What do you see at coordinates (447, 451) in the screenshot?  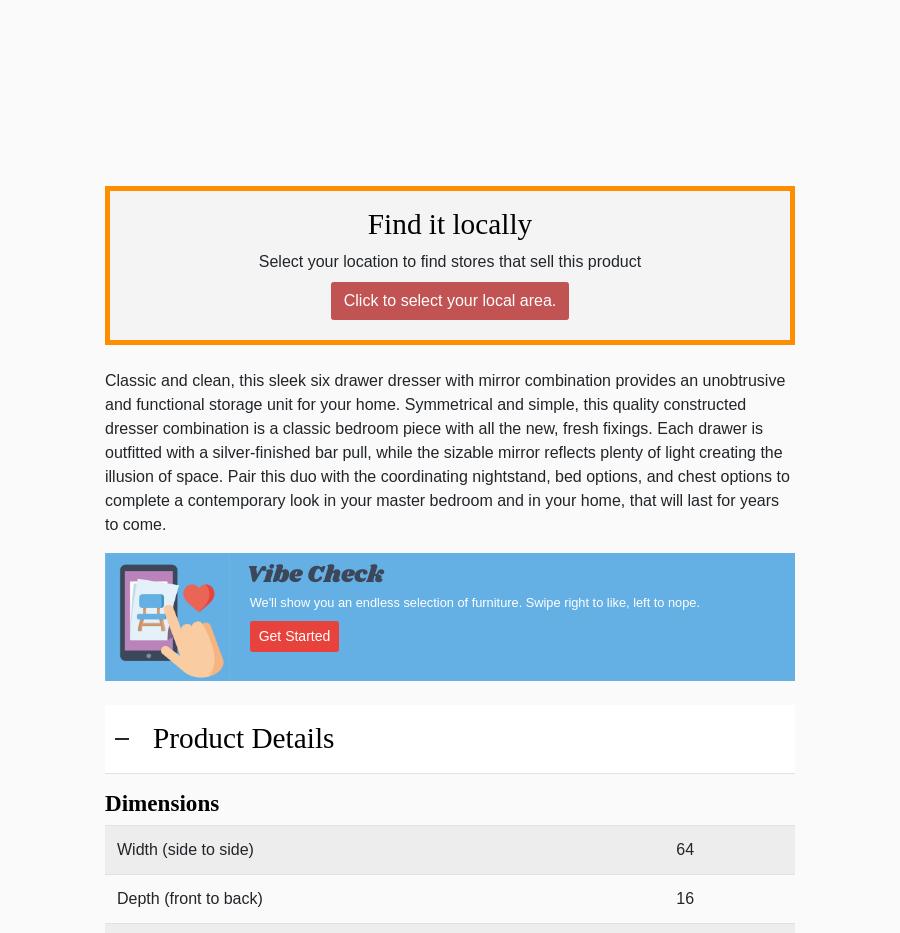 I see `'Classic and clean, this sleek six drawer dresser with mirror combination provides an unobtrusive and functional storage unit for your home. Symmetrical and simple, this quality constructed dresser combination is a classic bedroom piece with all the new, fresh fixings. Each drawer is outfitted with a silver-finished bar pull, while the sizable mirror reflects plenty of light creating the illusion of space. Pair this duo with the coordinating nightstand, bed options, and chest options to complete a contemporary look in your master bedroom and in your home, that will last for years to come.'` at bounding box center [447, 451].